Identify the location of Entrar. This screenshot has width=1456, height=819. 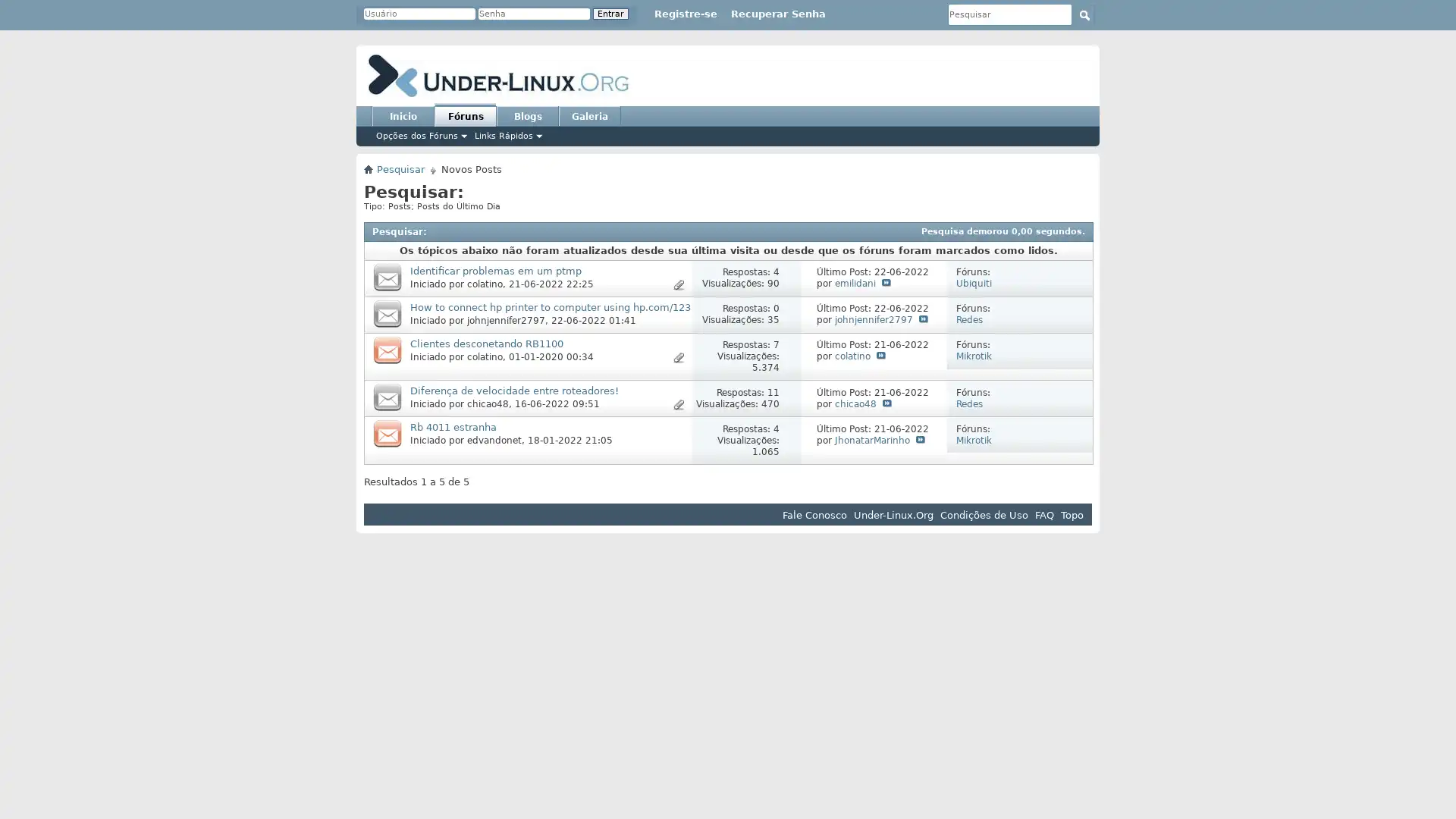
(610, 14).